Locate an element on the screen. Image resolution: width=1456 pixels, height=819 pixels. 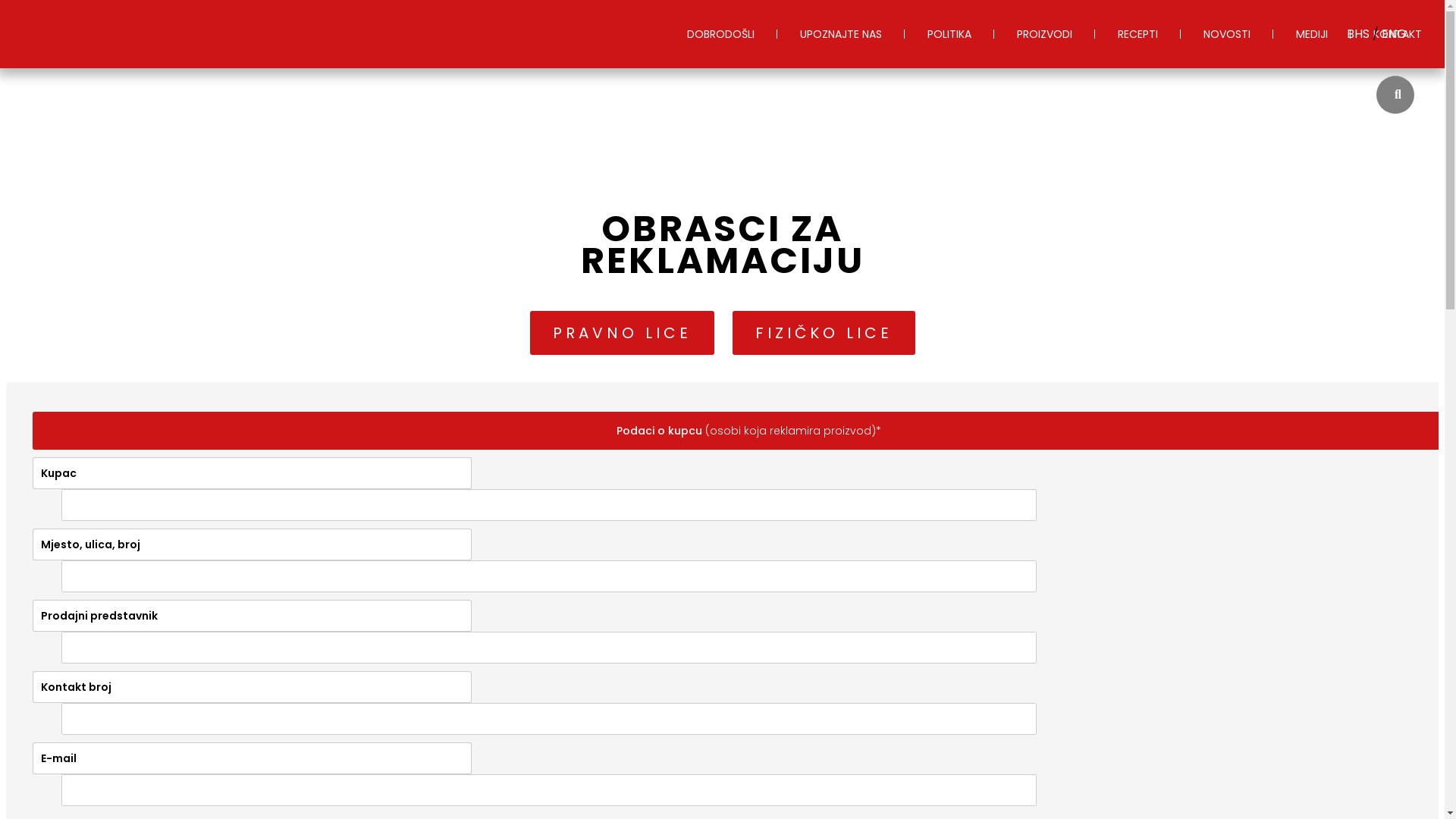
'ENG' is located at coordinates (1394, 33).